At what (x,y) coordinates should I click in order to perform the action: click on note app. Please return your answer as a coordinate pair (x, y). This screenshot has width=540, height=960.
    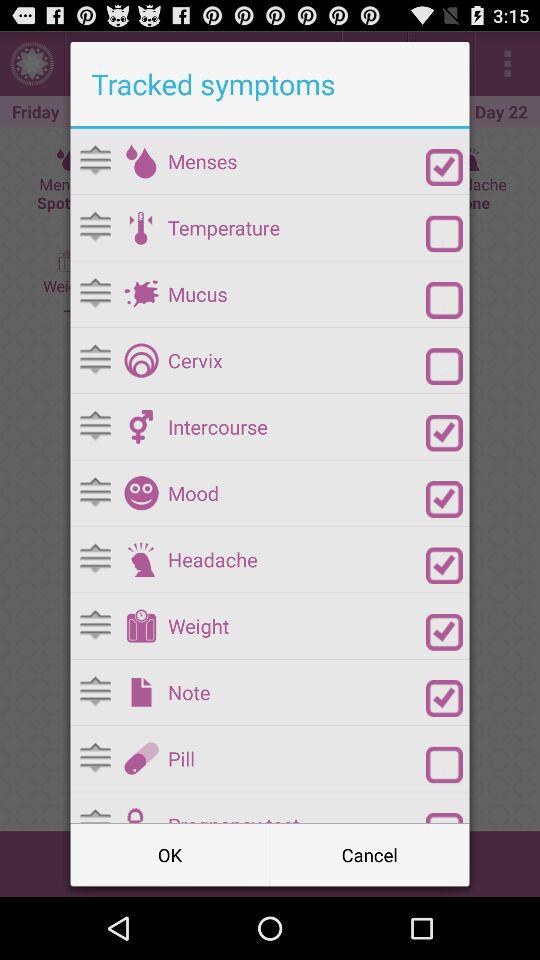
    Looking at the image, I should click on (296, 692).